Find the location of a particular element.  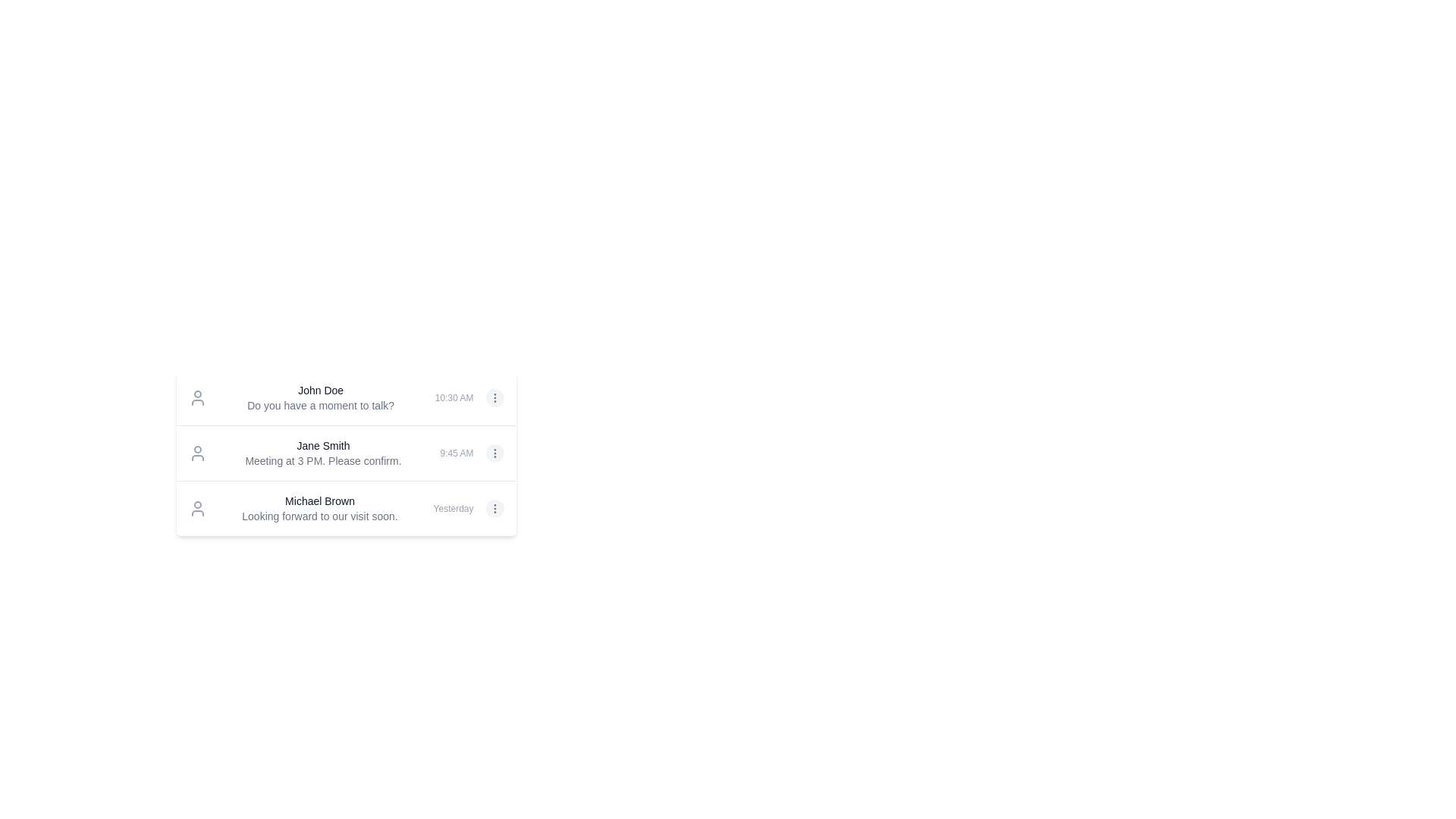

the interactive menu trigger button located to the right of the message titled 'Jane Smith' which displays 'Meeting at 3 PM. Please confirm.' at timestamp '9:45 AM' is located at coordinates (494, 452).